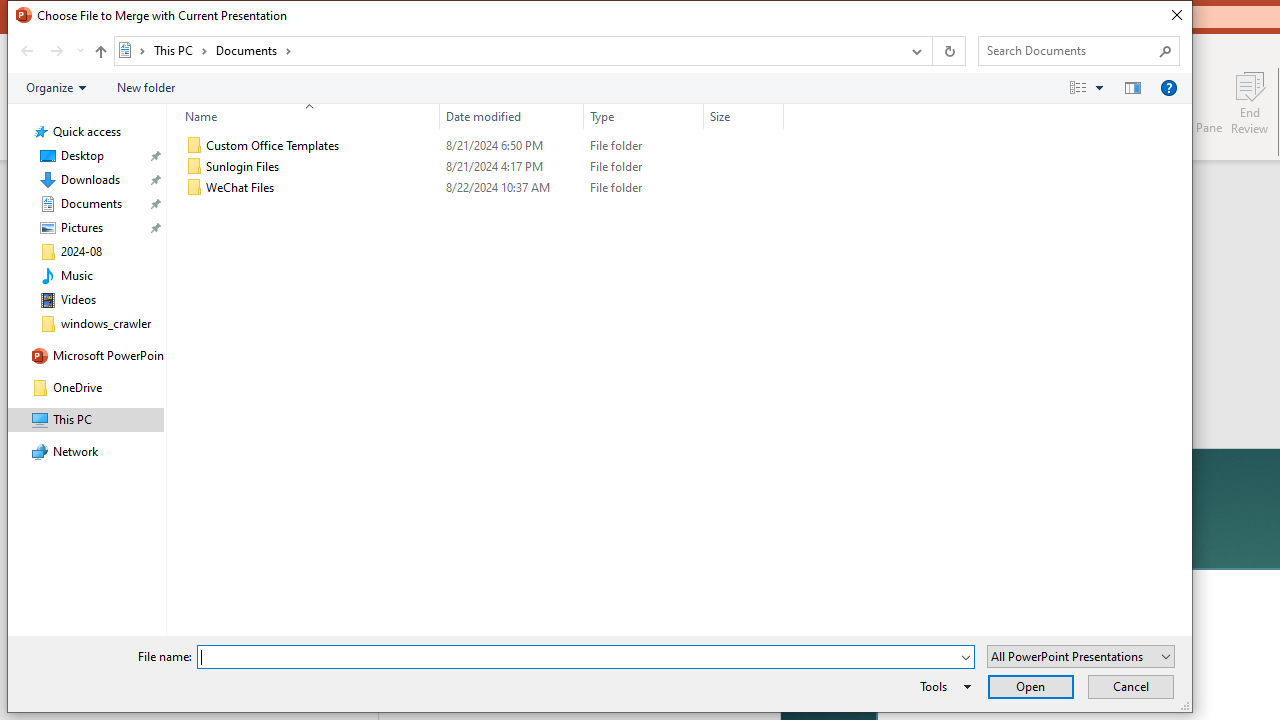 This screenshot has height=720, width=1280. I want to click on 'Refresh "Documents" (F5)', so click(947, 50).